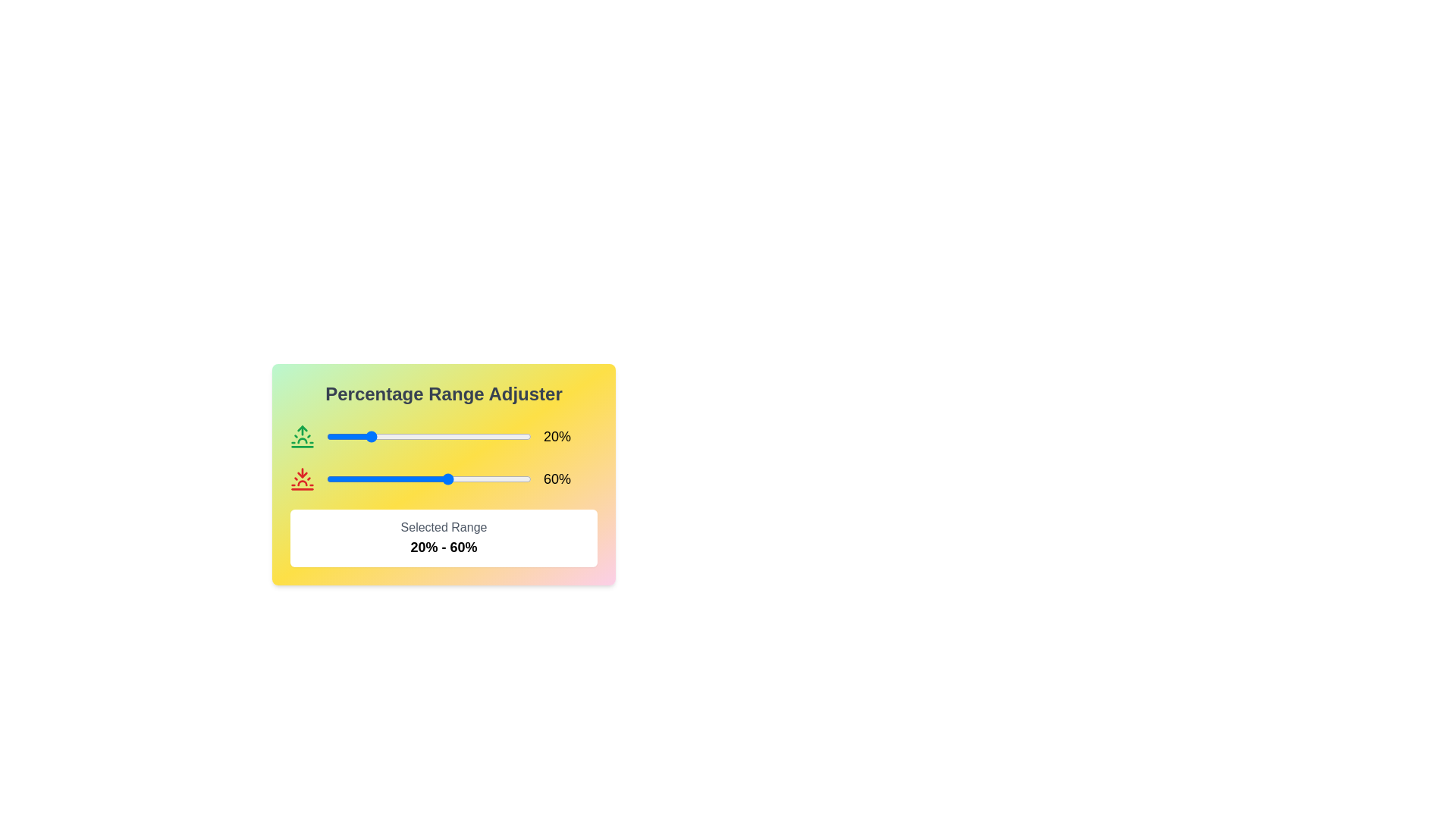  I want to click on the numeric text display element showing '60%' which is located to the right of the second slider in the lower section of the titled panel, so click(556, 479).